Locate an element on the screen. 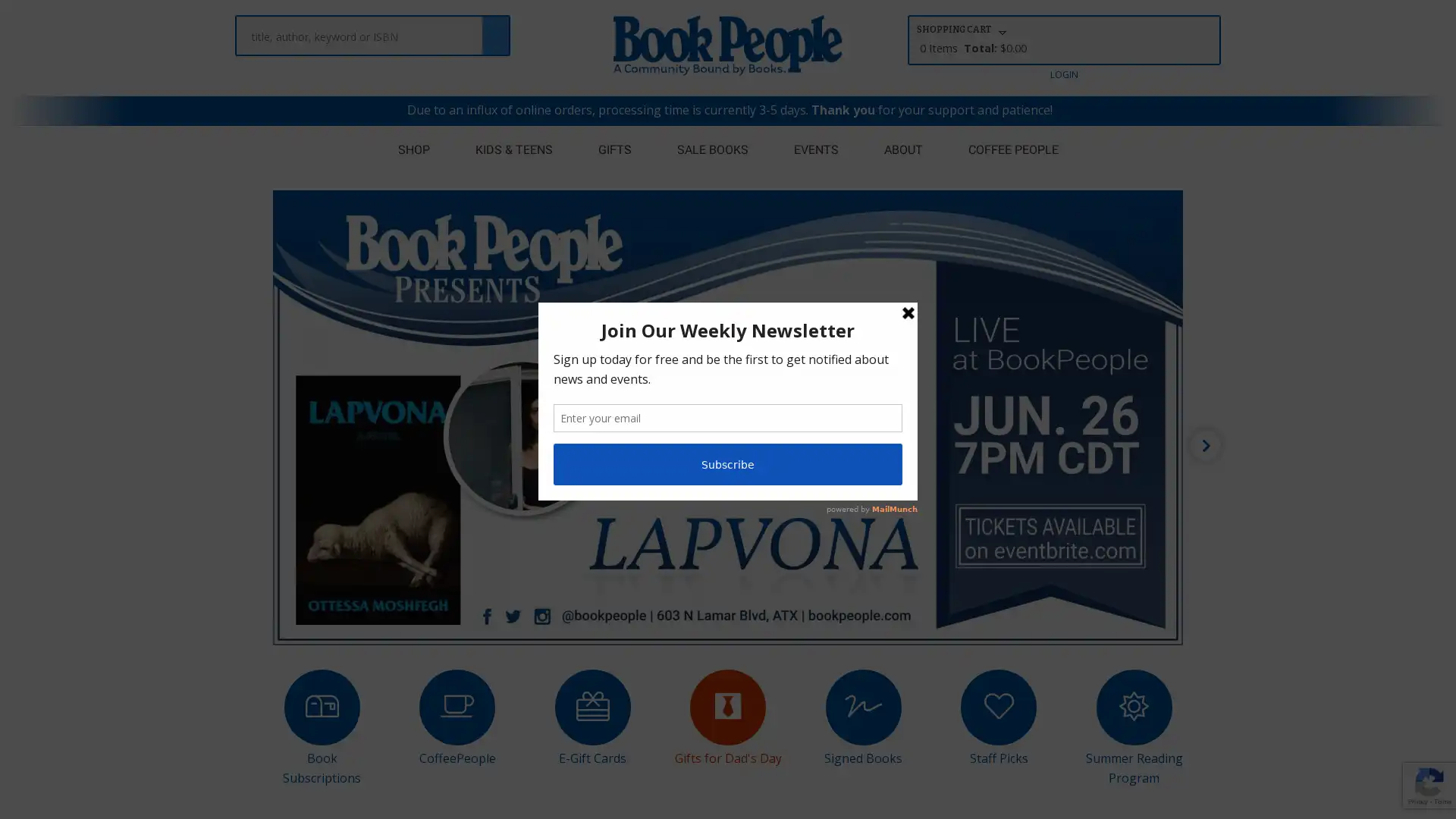  Search is located at coordinates (495, 28).